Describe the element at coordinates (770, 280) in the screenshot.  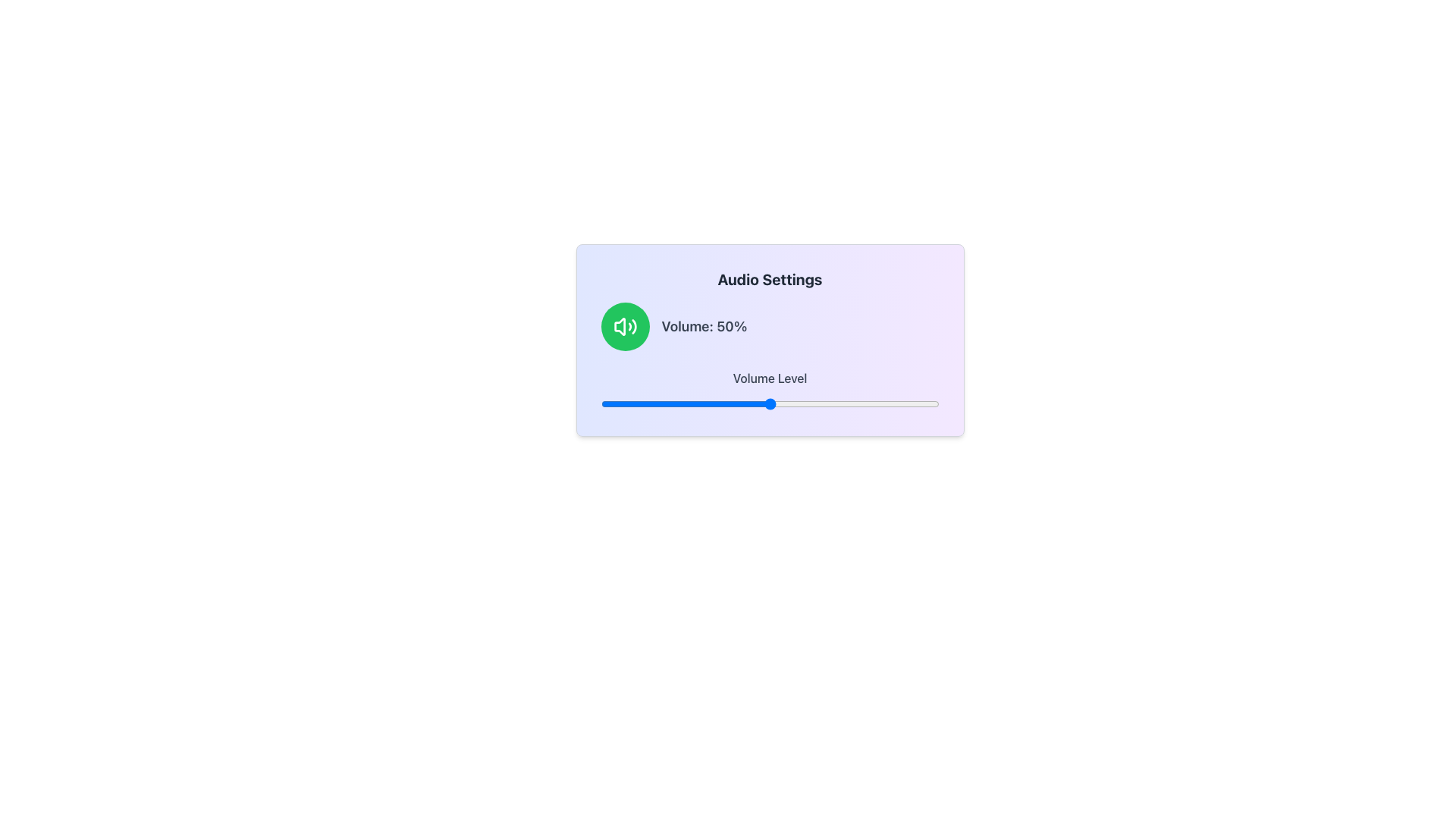
I see `the bold, extra-large text label reading 'Audio Settings' which is positioned in the top-center of the light purple gradient card interface` at that location.